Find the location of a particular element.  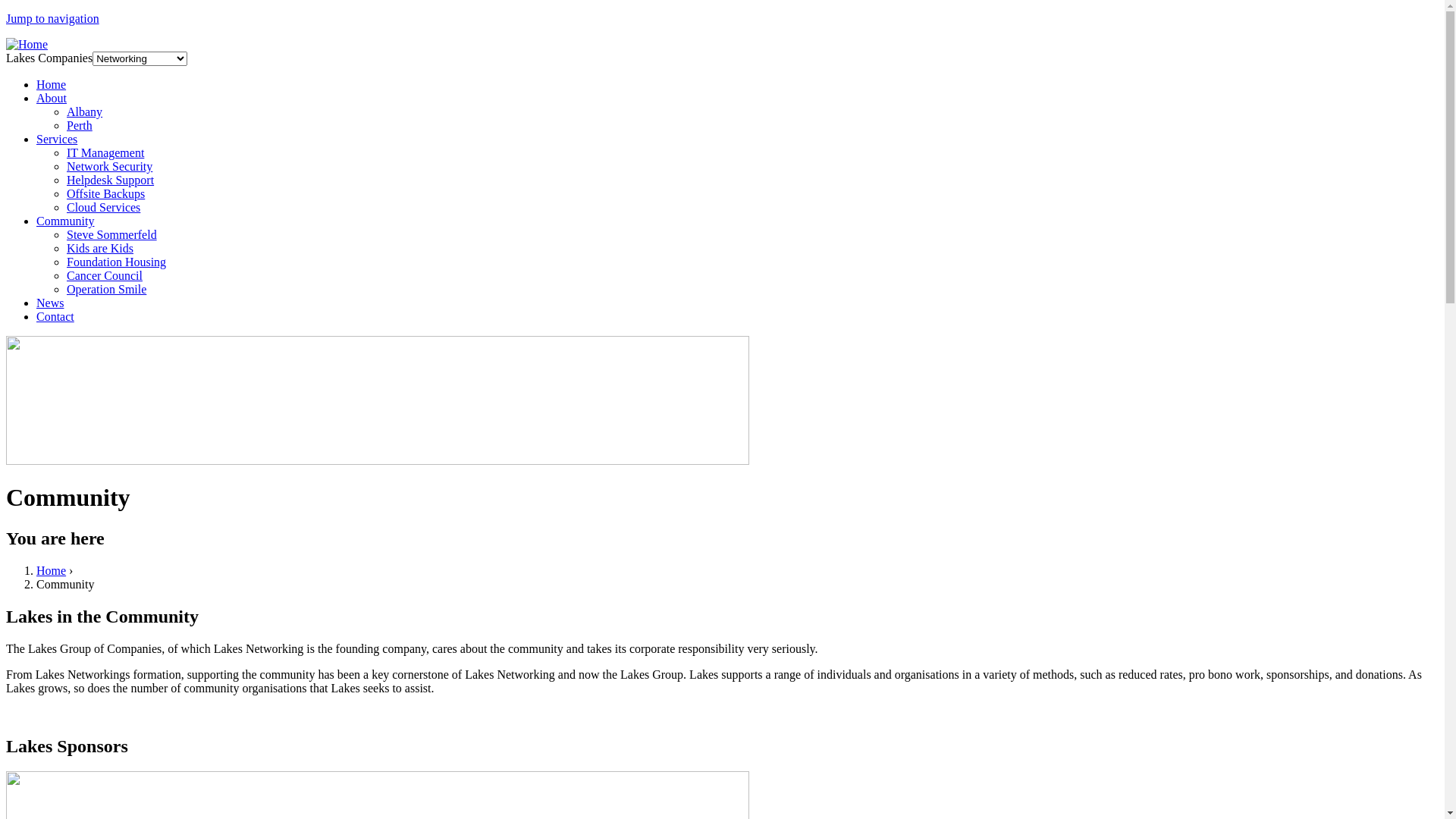

'News' is located at coordinates (36, 303).